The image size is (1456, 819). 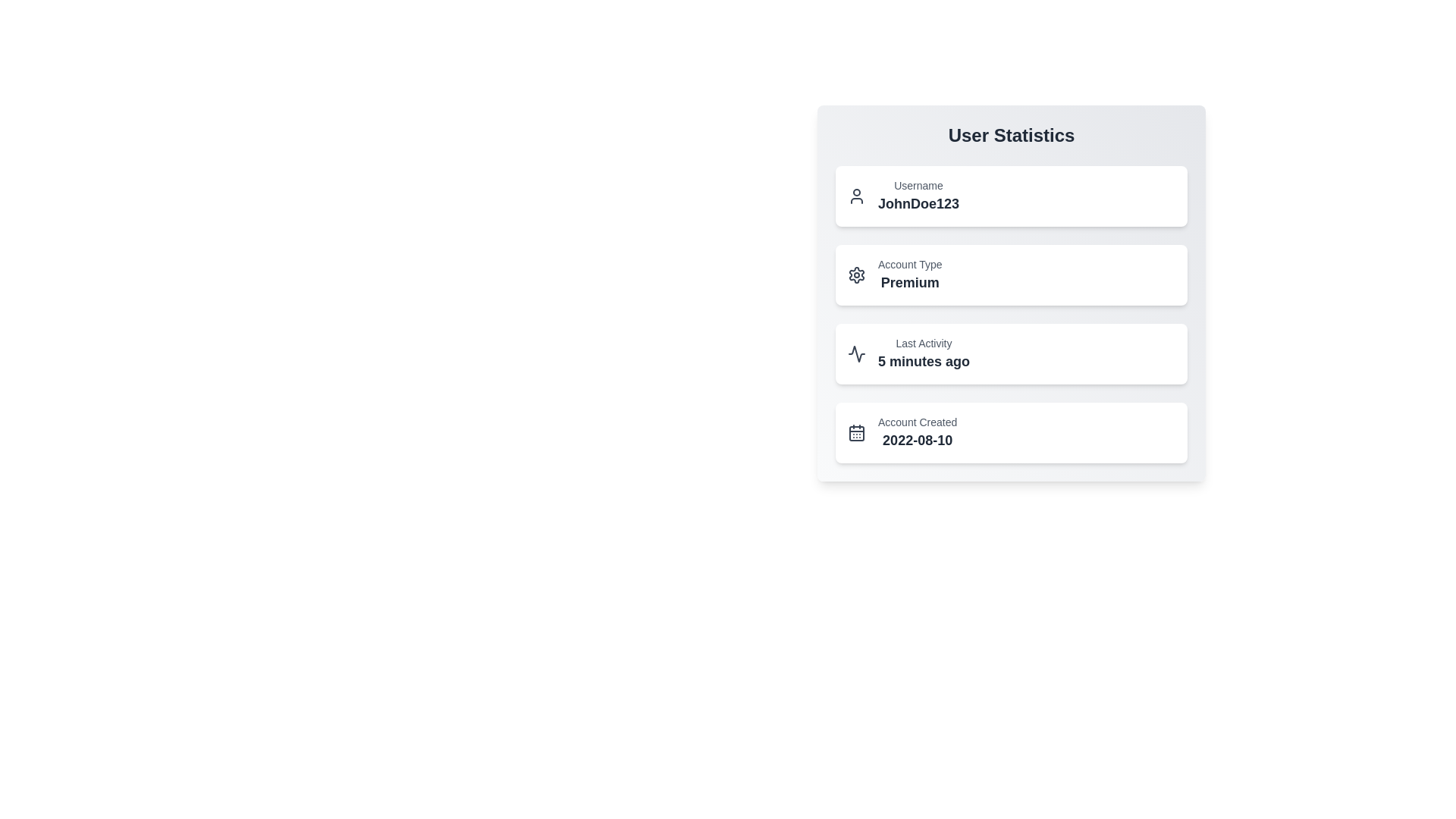 I want to click on the decorative activity status icon located adjacent to the text 'Last Activity' and above '5 minutes ago' in the user statistics panel, so click(x=856, y=353).